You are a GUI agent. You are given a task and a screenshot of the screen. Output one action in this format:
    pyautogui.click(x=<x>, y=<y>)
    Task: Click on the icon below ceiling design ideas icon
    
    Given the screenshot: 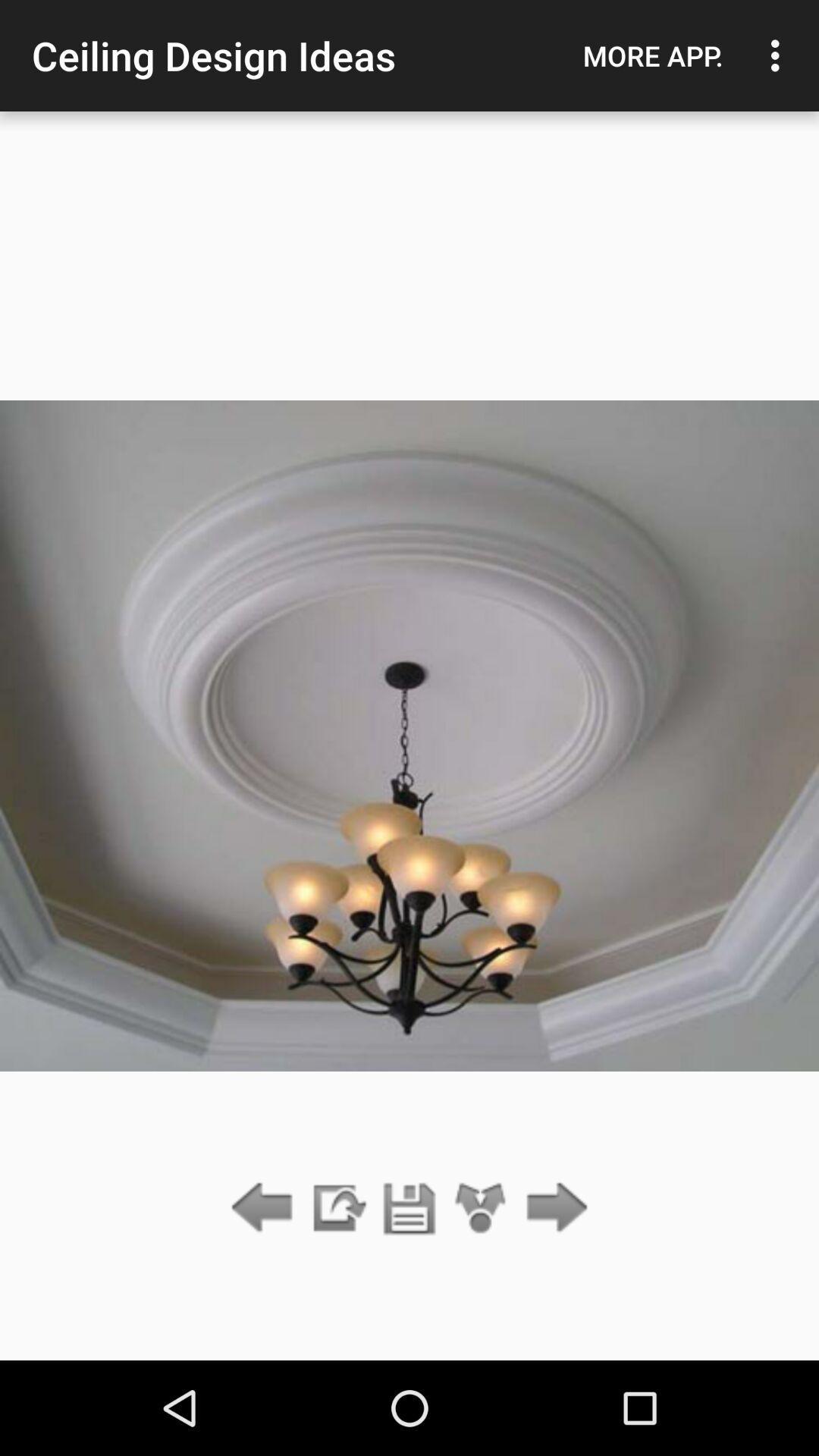 What is the action you would take?
    pyautogui.click(x=409, y=1208)
    